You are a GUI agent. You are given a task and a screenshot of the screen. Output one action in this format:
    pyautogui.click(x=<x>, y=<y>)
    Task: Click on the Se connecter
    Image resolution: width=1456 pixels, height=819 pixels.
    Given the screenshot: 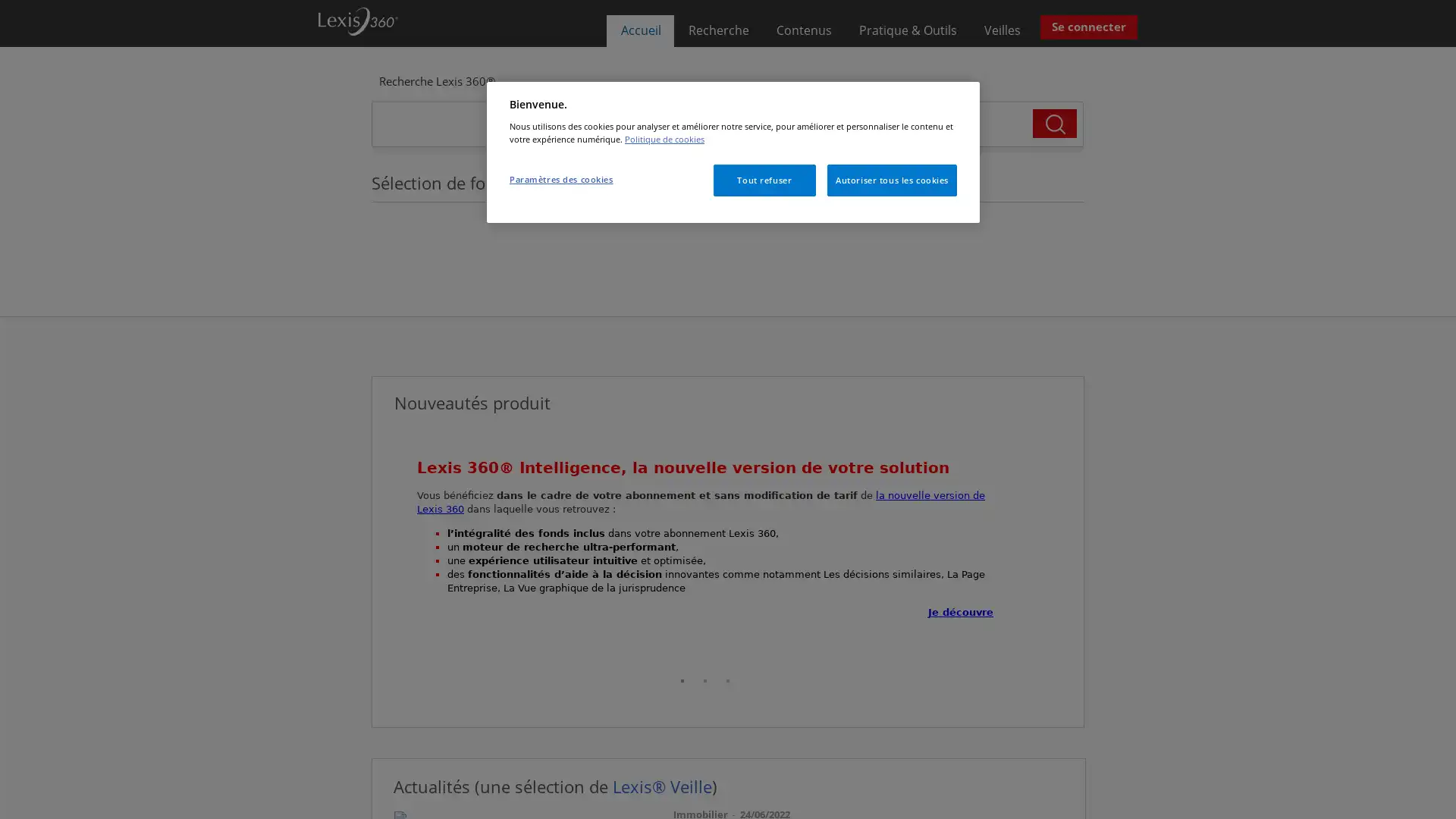 What is the action you would take?
    pyautogui.click(x=1087, y=27)
    